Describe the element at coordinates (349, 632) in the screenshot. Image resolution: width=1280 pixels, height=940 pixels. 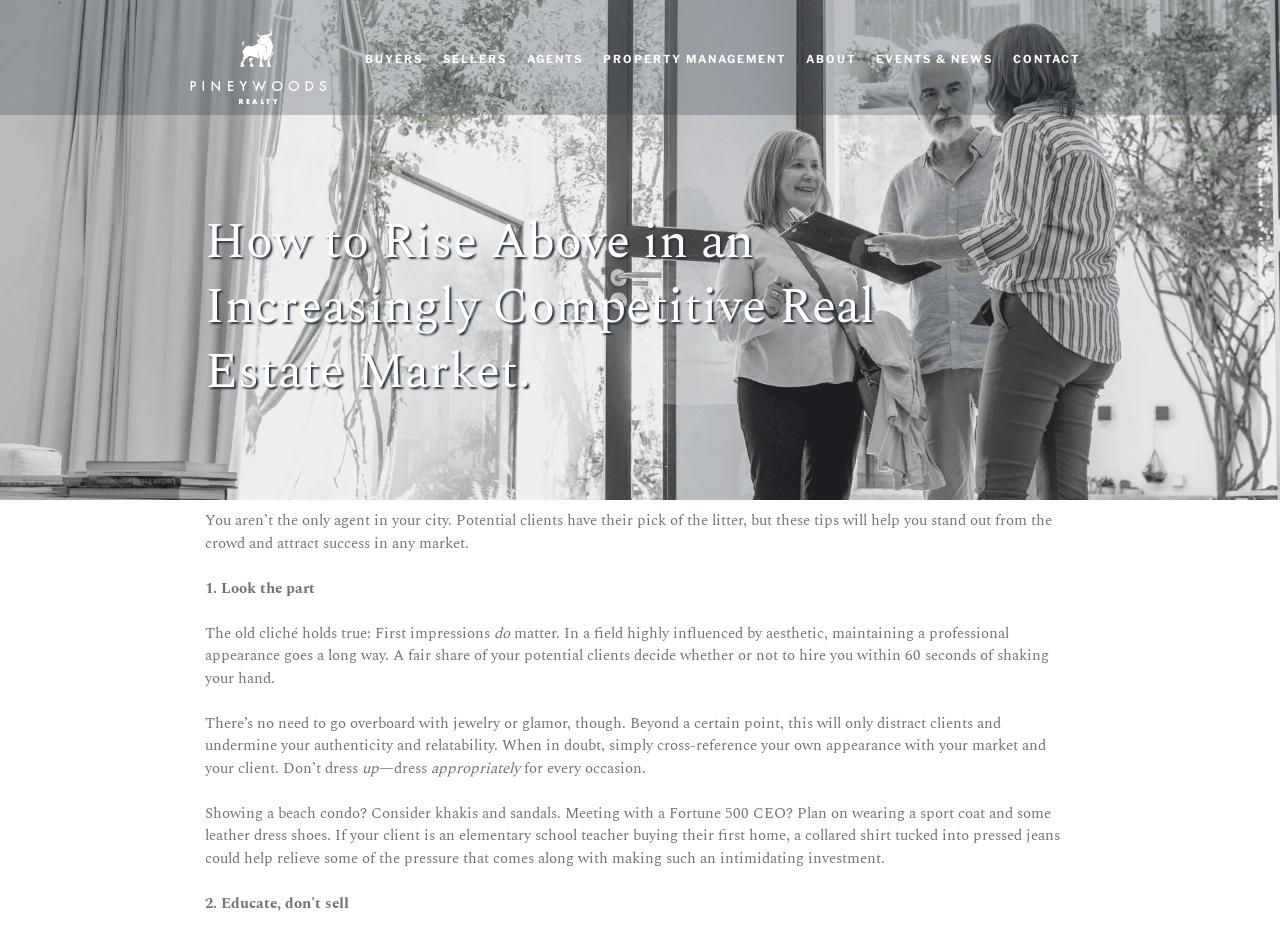
I see `'The old cliché holds true: First impressions'` at that location.